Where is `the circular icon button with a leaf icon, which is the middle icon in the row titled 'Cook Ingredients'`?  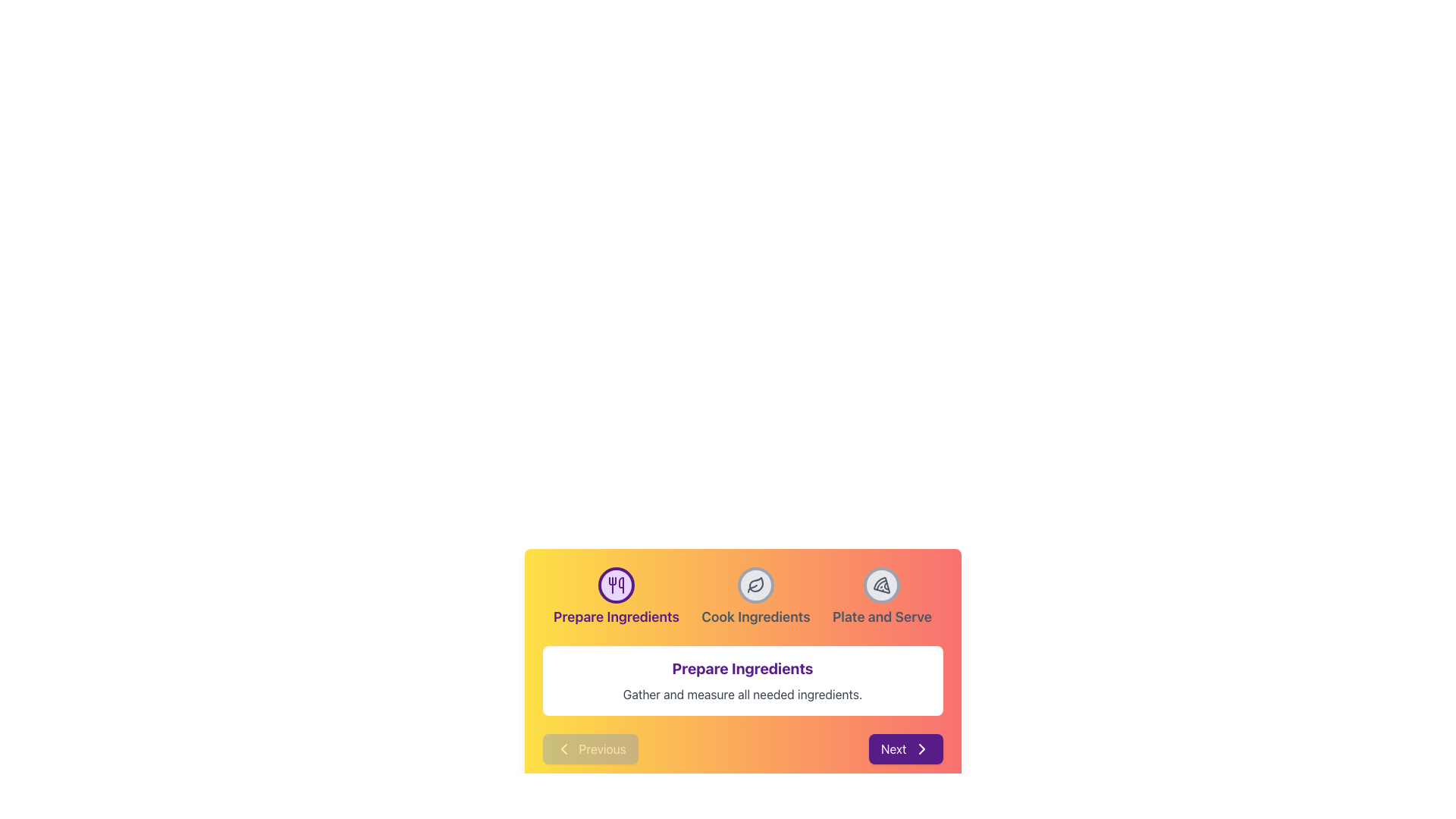
the circular icon button with a leaf icon, which is the middle icon in the row titled 'Cook Ingredients' is located at coordinates (755, 584).